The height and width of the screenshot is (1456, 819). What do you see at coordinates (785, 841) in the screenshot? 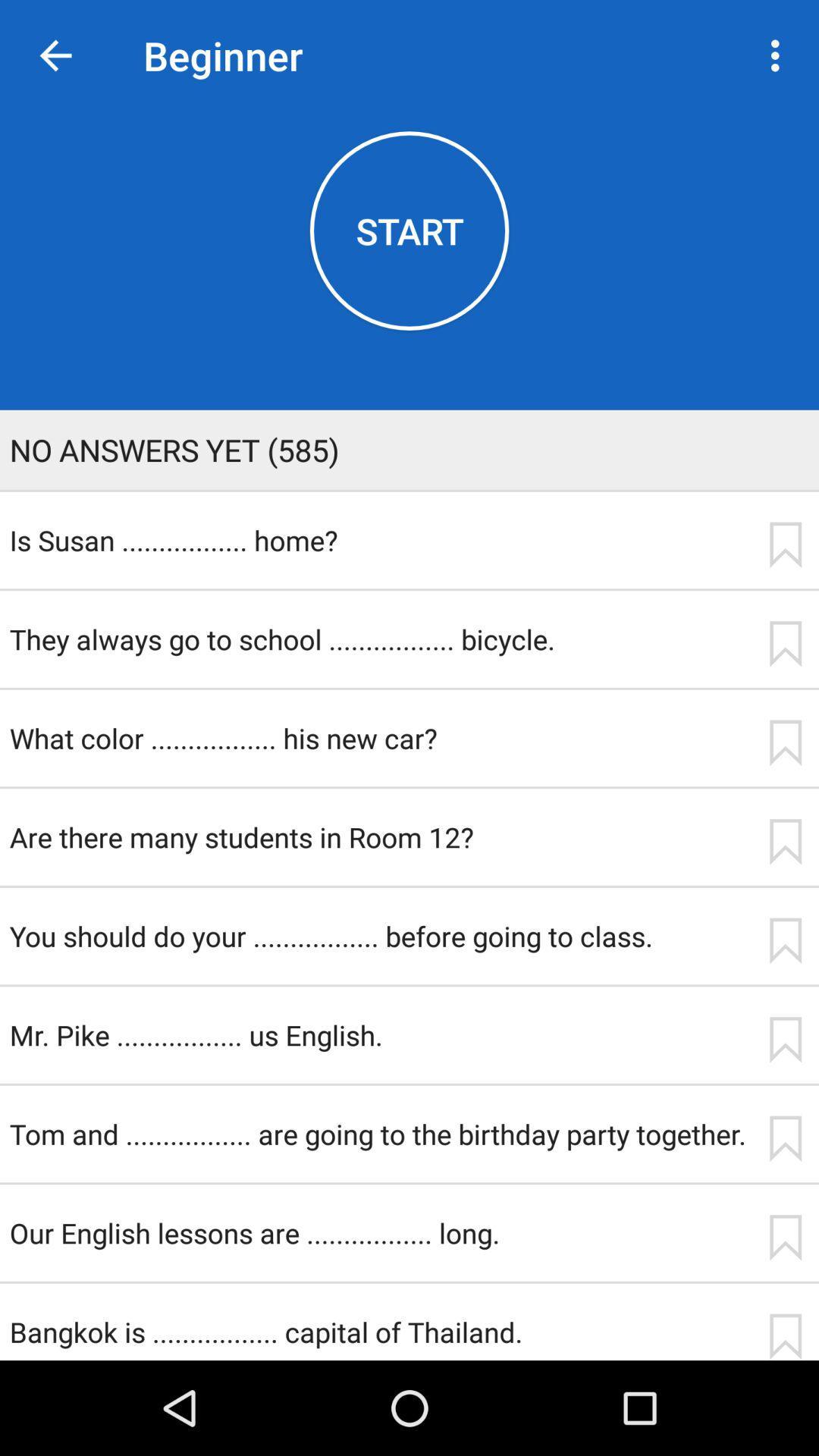
I see `mark the question` at bounding box center [785, 841].